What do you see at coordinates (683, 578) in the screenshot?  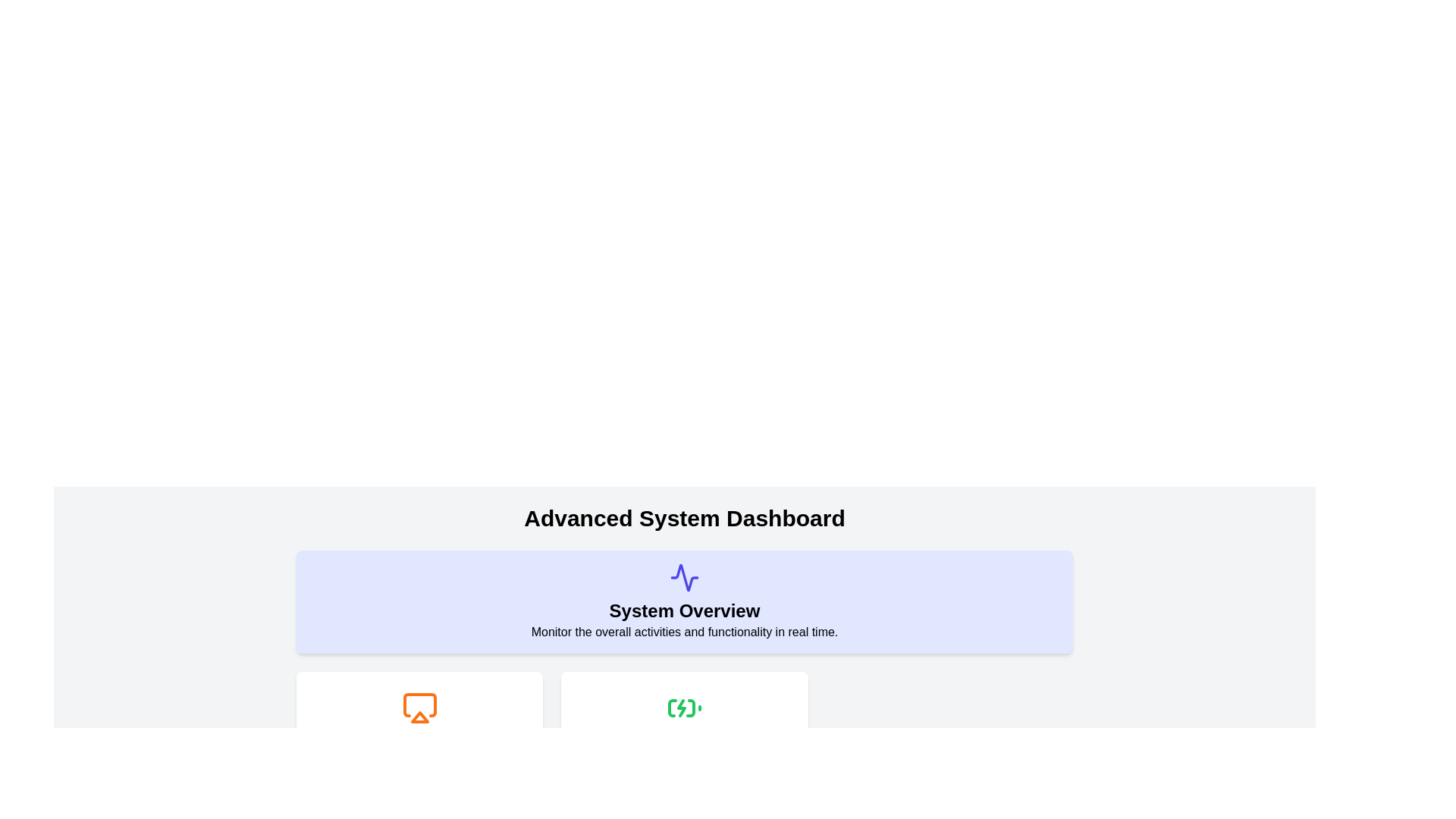 I see `the blue waveform SVG icon located centrally within the light blue area above the 'System Overview' heading` at bounding box center [683, 578].